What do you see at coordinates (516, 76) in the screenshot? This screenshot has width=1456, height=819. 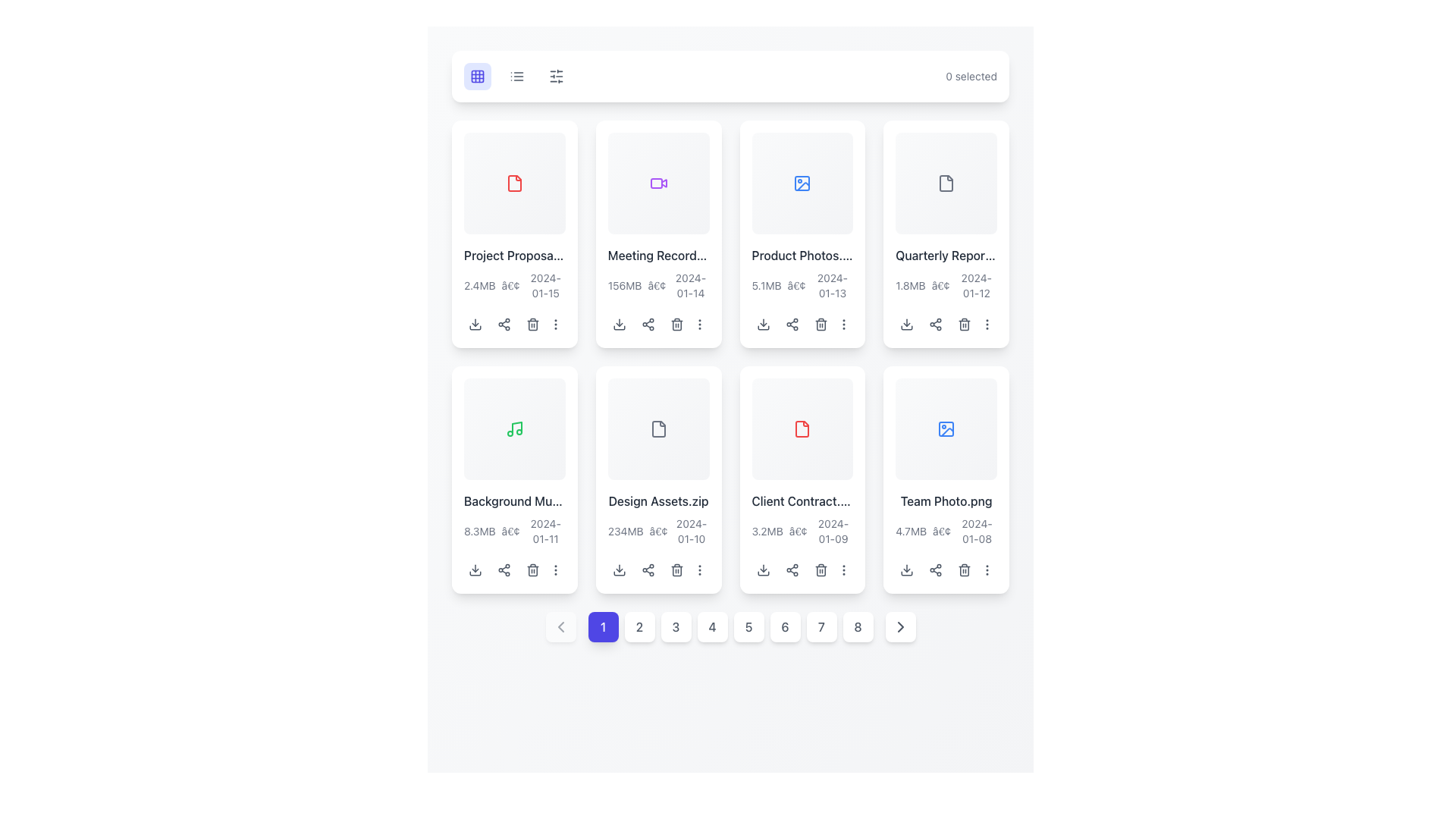 I see `the small list icon in the top navigation bar` at bounding box center [516, 76].